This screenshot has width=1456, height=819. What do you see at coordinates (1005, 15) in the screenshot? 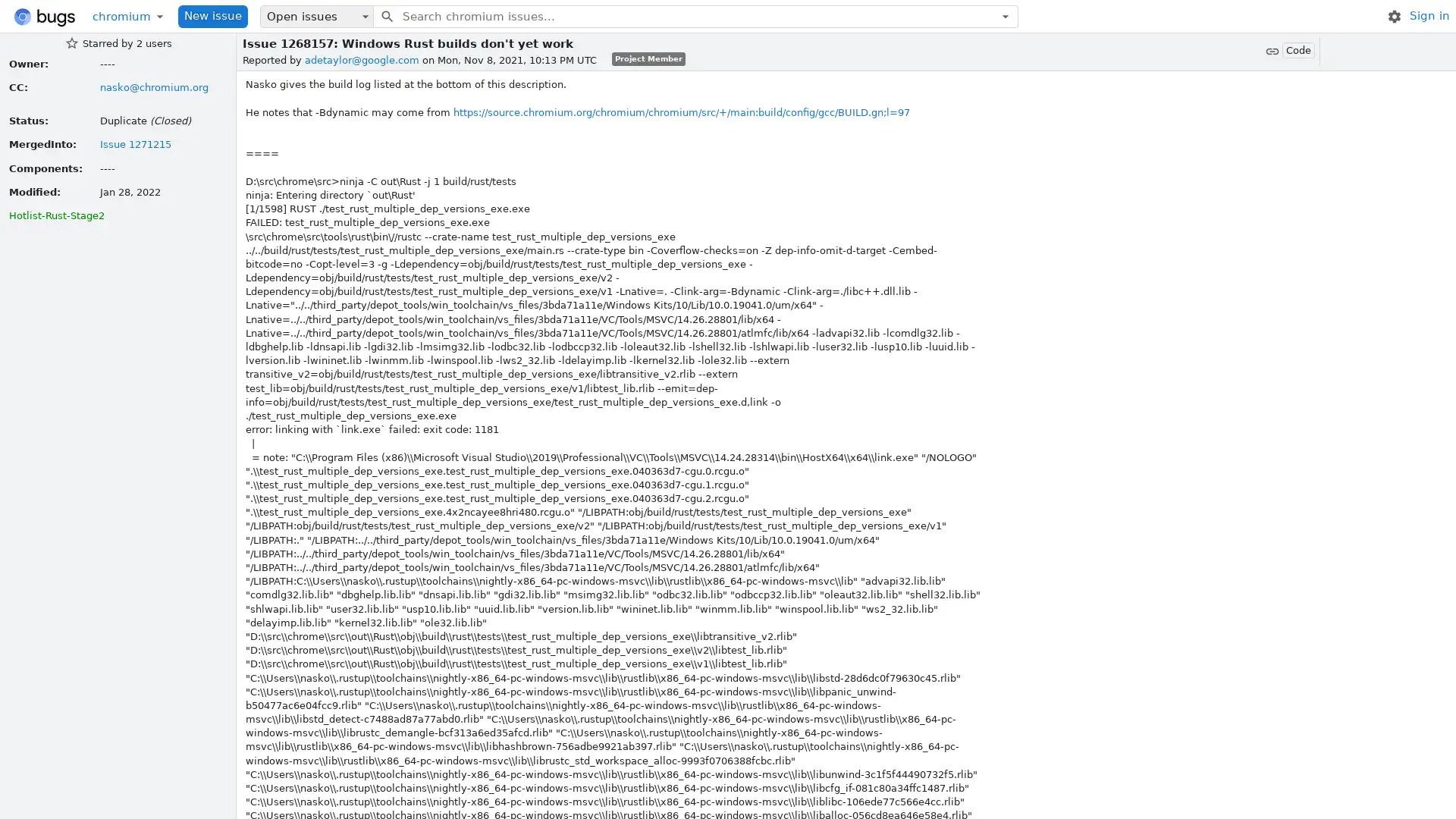
I see `Search options` at bounding box center [1005, 15].